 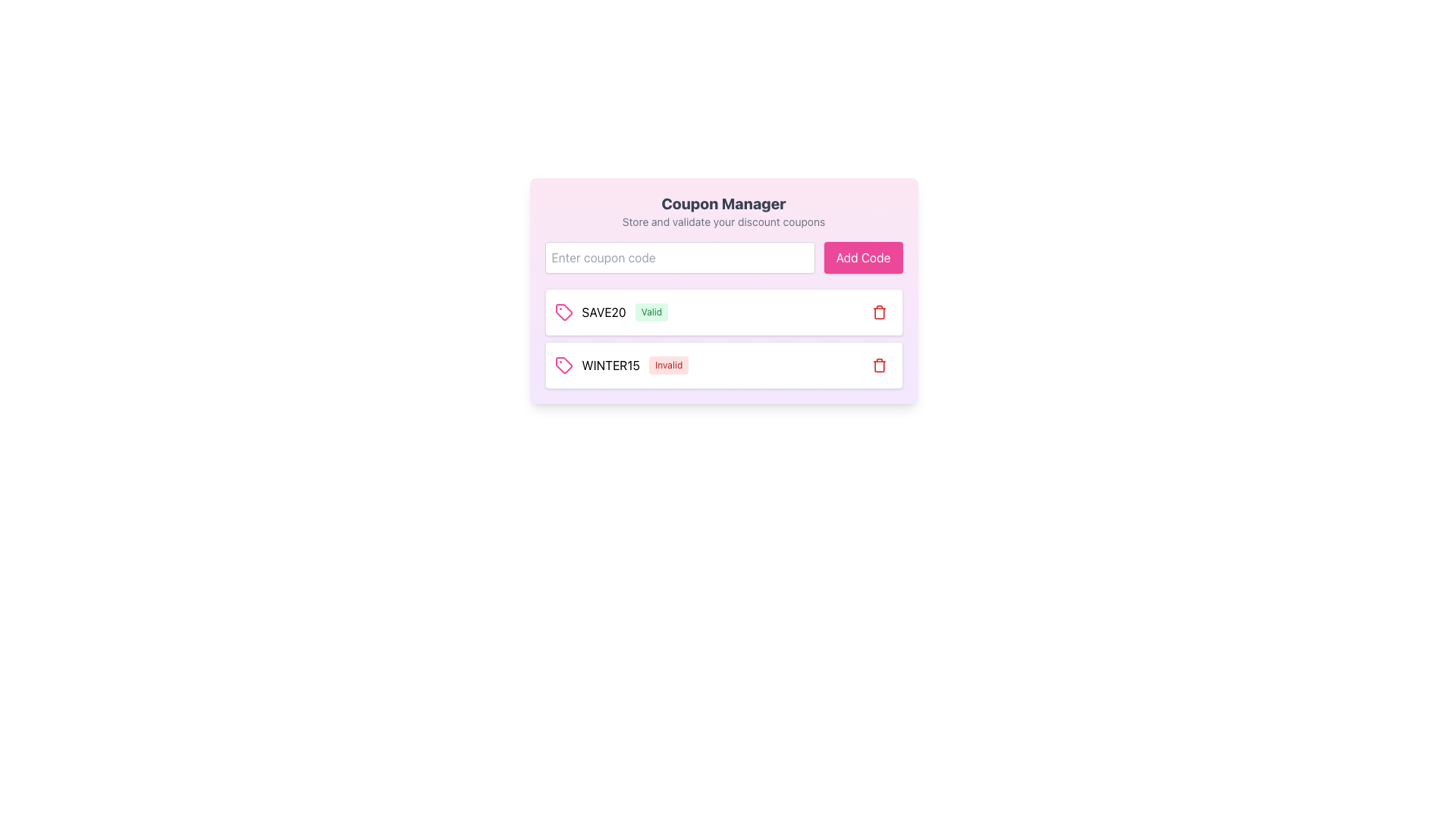 What do you see at coordinates (723, 203) in the screenshot?
I see `the bold, extra-large gray text element reading 'Coupon Manager' located at the top of the user interface section` at bounding box center [723, 203].